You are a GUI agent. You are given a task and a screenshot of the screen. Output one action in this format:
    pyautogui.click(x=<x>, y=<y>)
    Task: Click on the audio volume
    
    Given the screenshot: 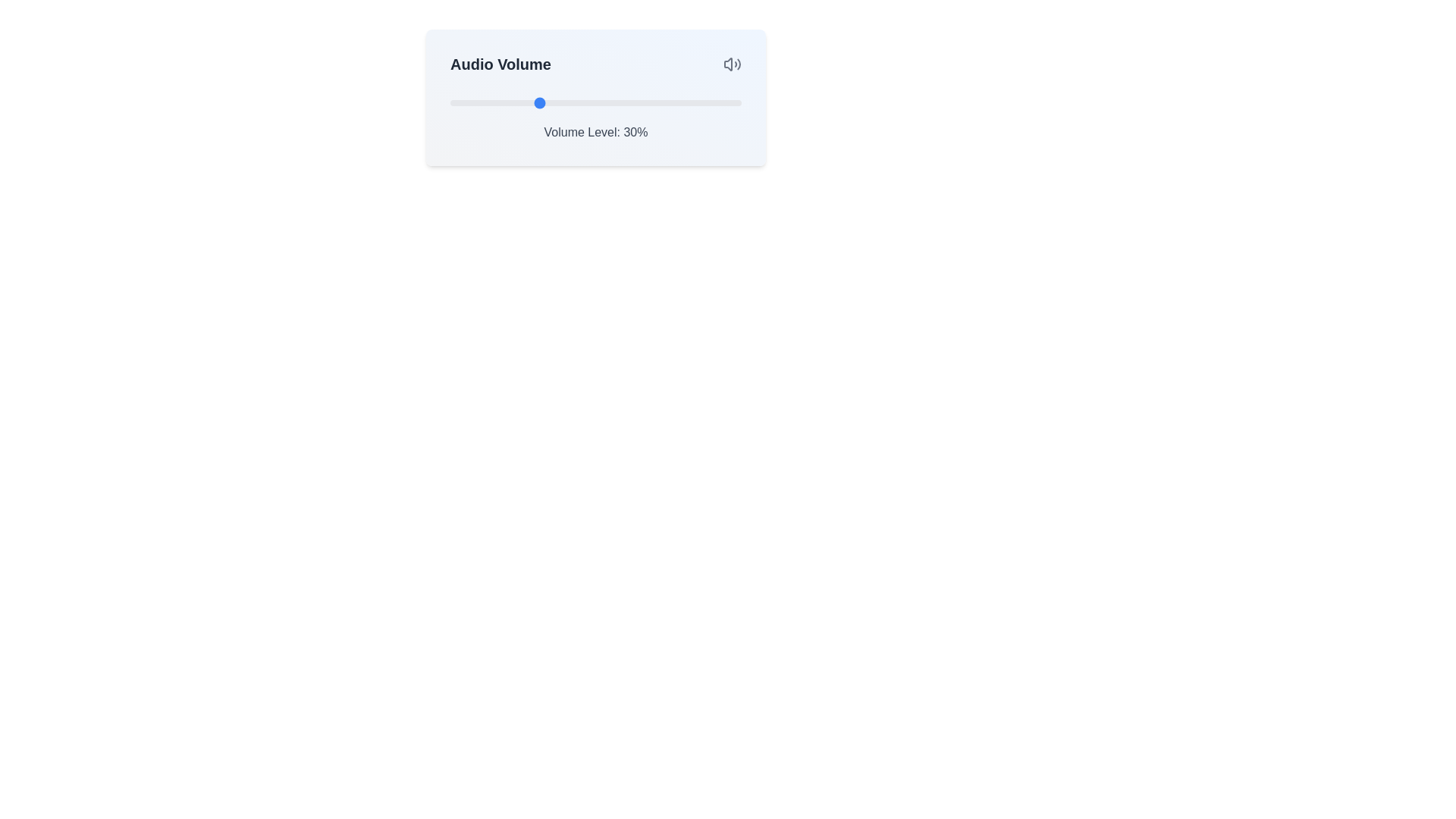 What is the action you would take?
    pyautogui.click(x=654, y=102)
    